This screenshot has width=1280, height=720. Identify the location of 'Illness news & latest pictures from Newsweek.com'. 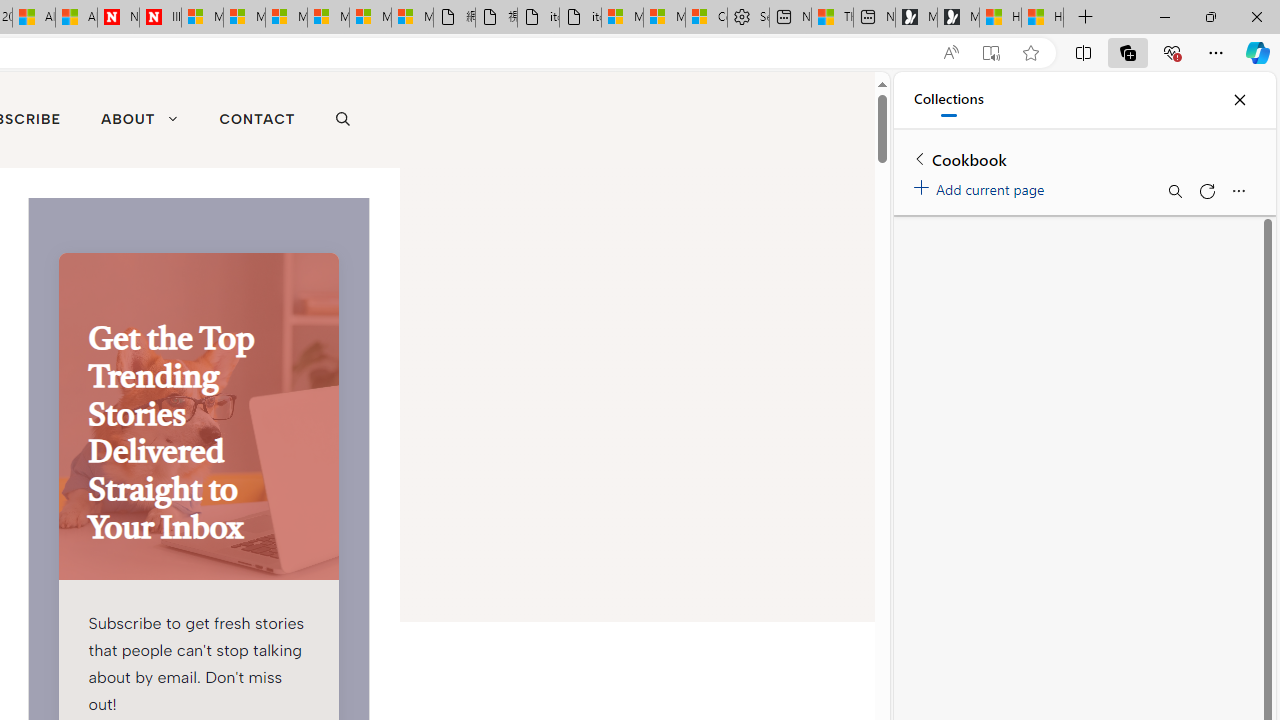
(160, 17).